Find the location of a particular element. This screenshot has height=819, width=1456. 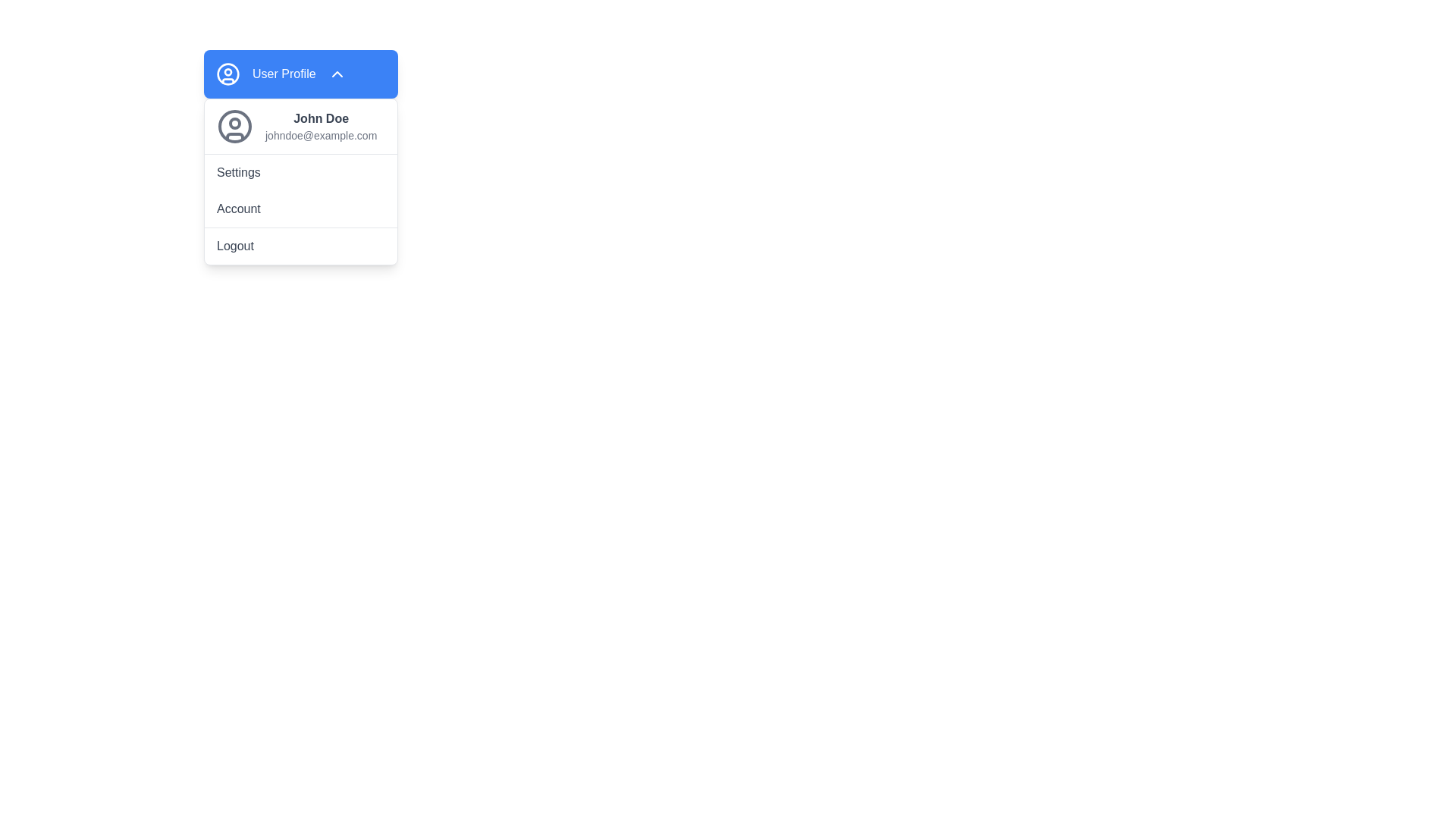

an option in the dropdown menu located below the 'User Profile' section is located at coordinates (301, 180).